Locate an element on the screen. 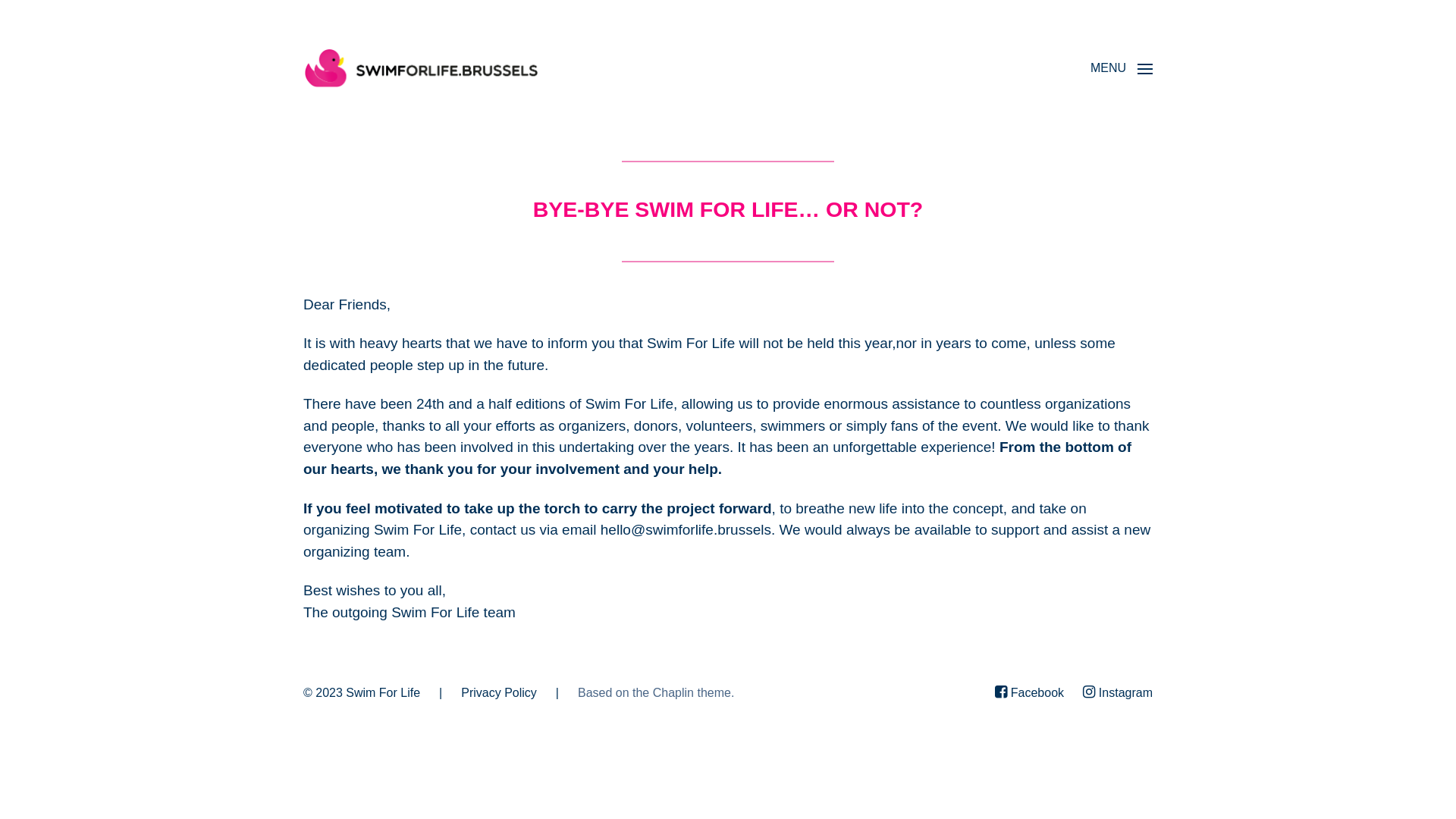 The height and width of the screenshot is (819, 1456). 'MENU' is located at coordinates (1121, 67).